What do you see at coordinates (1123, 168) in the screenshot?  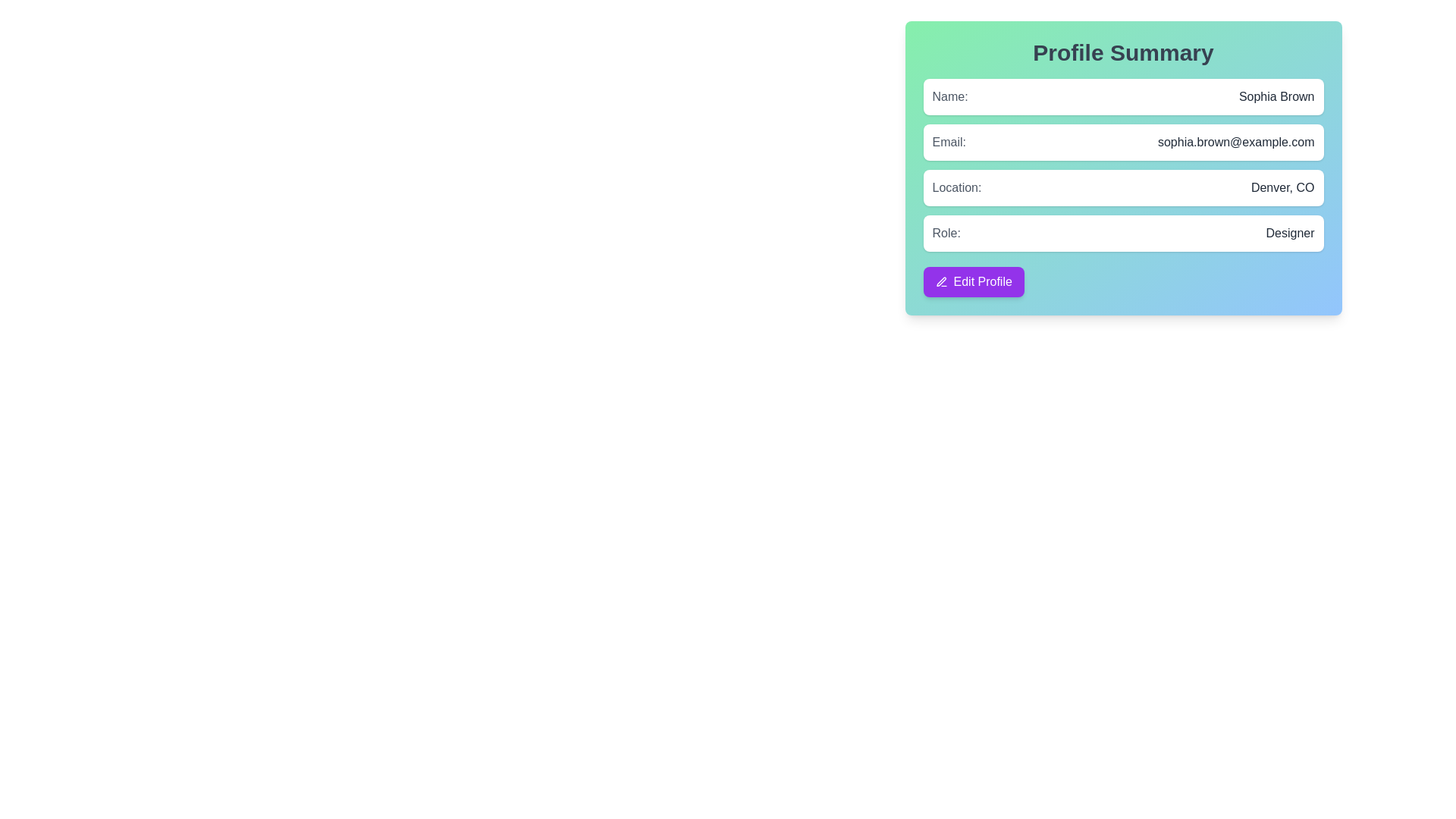 I see `displayed user information from the Profile Summary Panel, which features a gradient background and includes user details such as name, email, location, and role` at bounding box center [1123, 168].